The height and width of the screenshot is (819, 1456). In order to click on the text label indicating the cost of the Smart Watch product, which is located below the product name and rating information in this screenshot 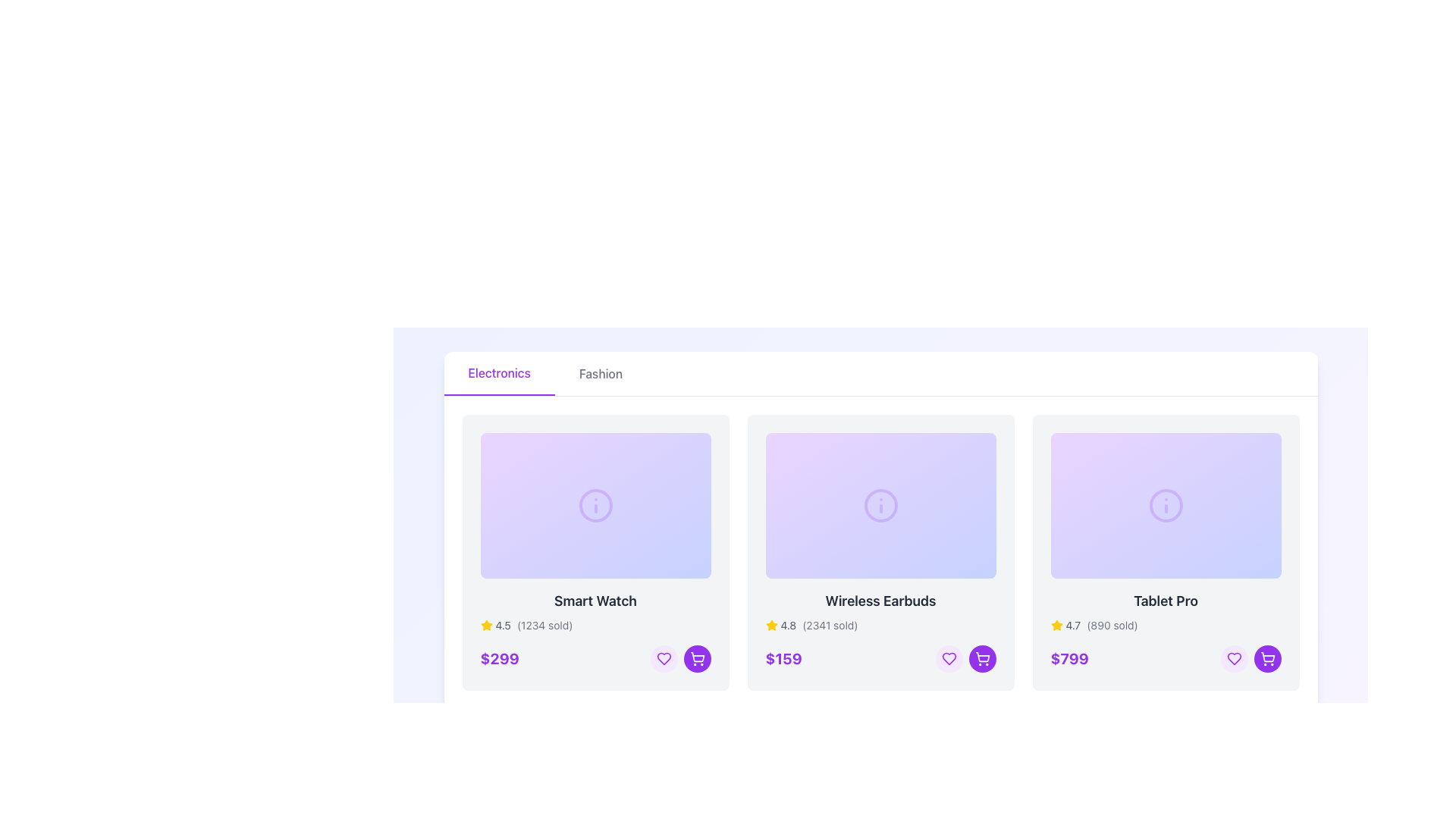, I will do `click(500, 657)`.